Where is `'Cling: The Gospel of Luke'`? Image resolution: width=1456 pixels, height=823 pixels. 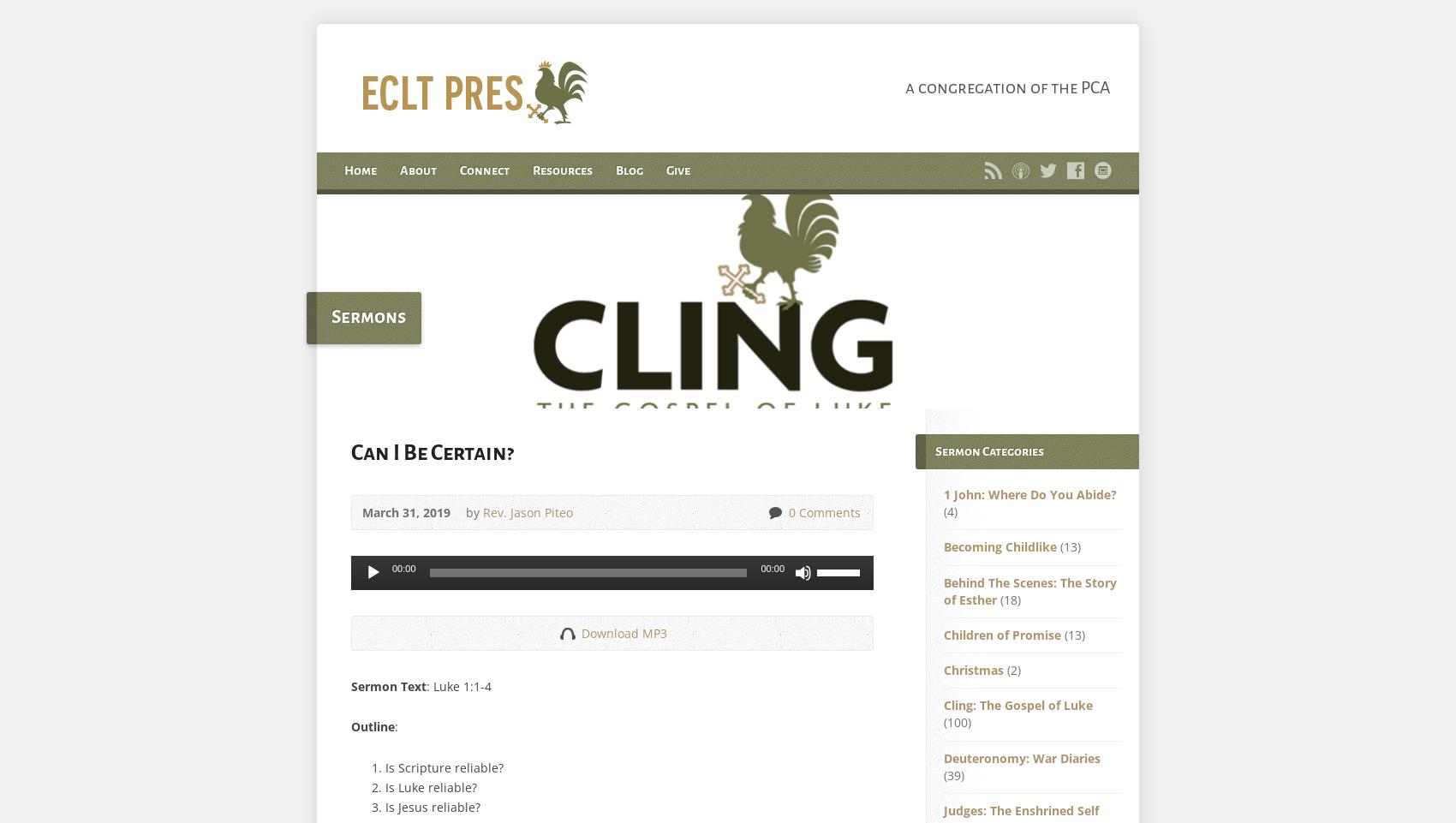 'Cling: The Gospel of Luke' is located at coordinates (1017, 705).